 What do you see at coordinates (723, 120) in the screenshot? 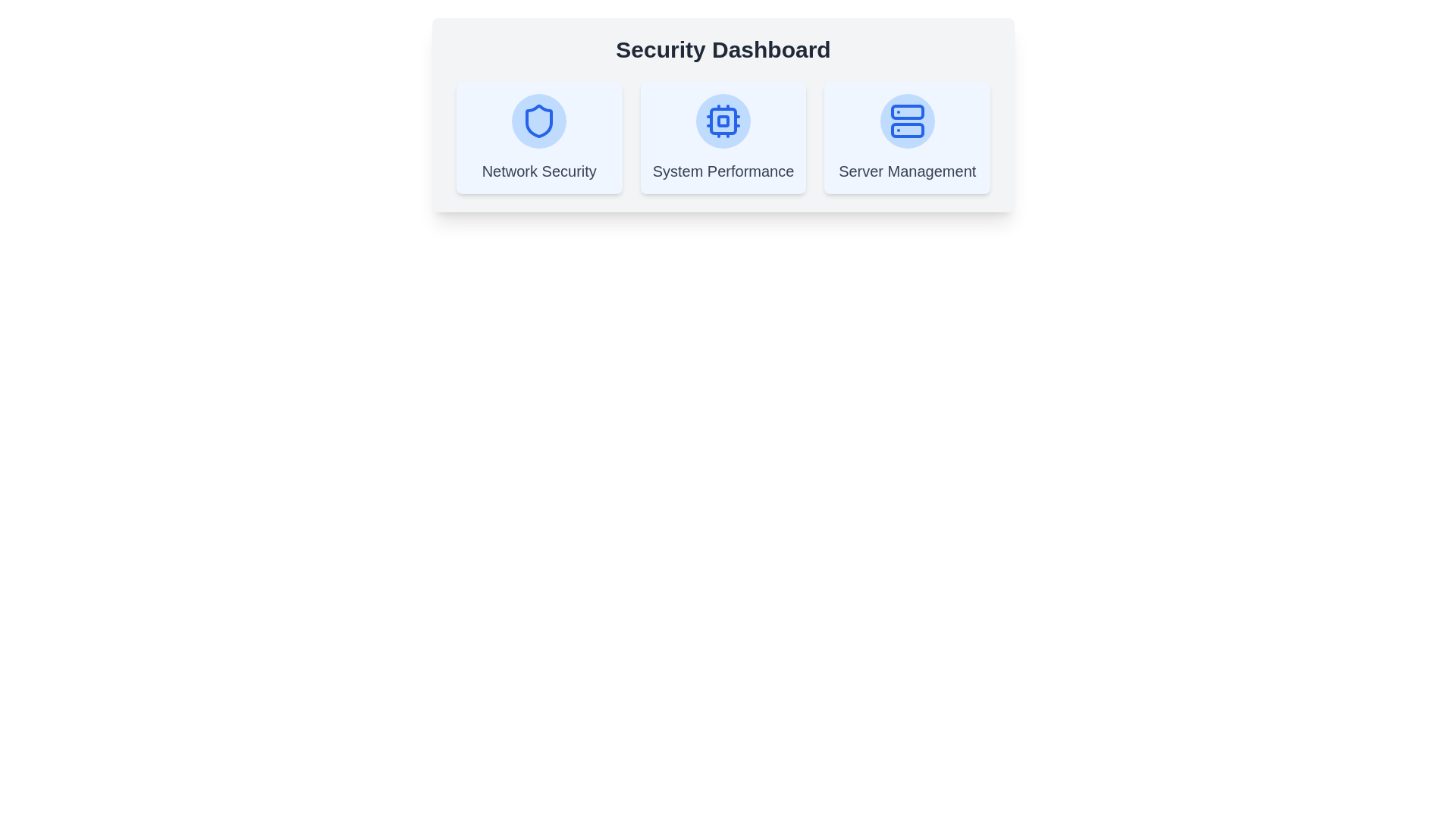
I see `the Icon representing the System Performance section, located in the center tile of a three-tile row, below the 'System Performance' label` at bounding box center [723, 120].